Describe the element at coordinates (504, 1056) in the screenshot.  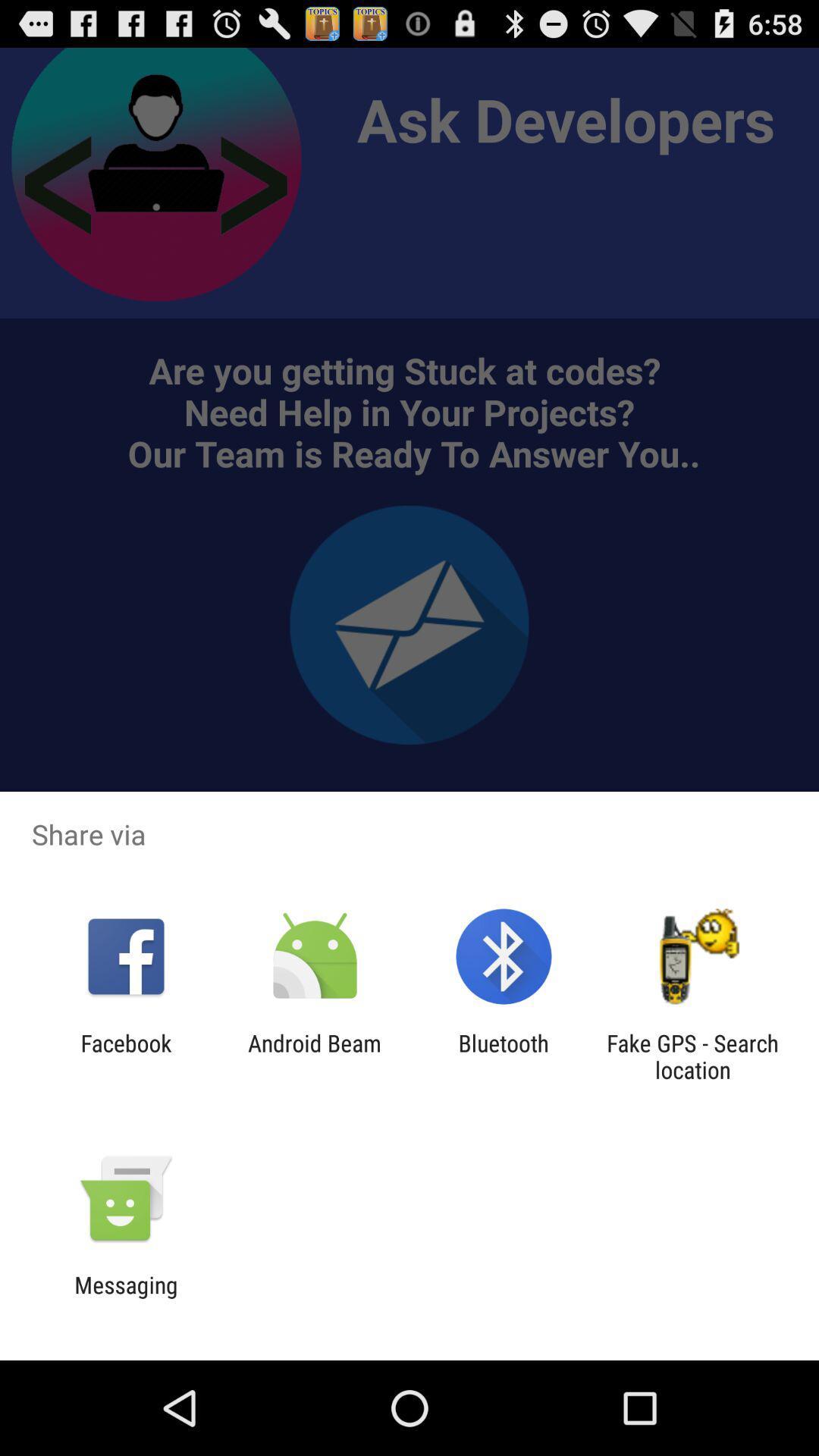
I see `the bluetooth item` at that location.